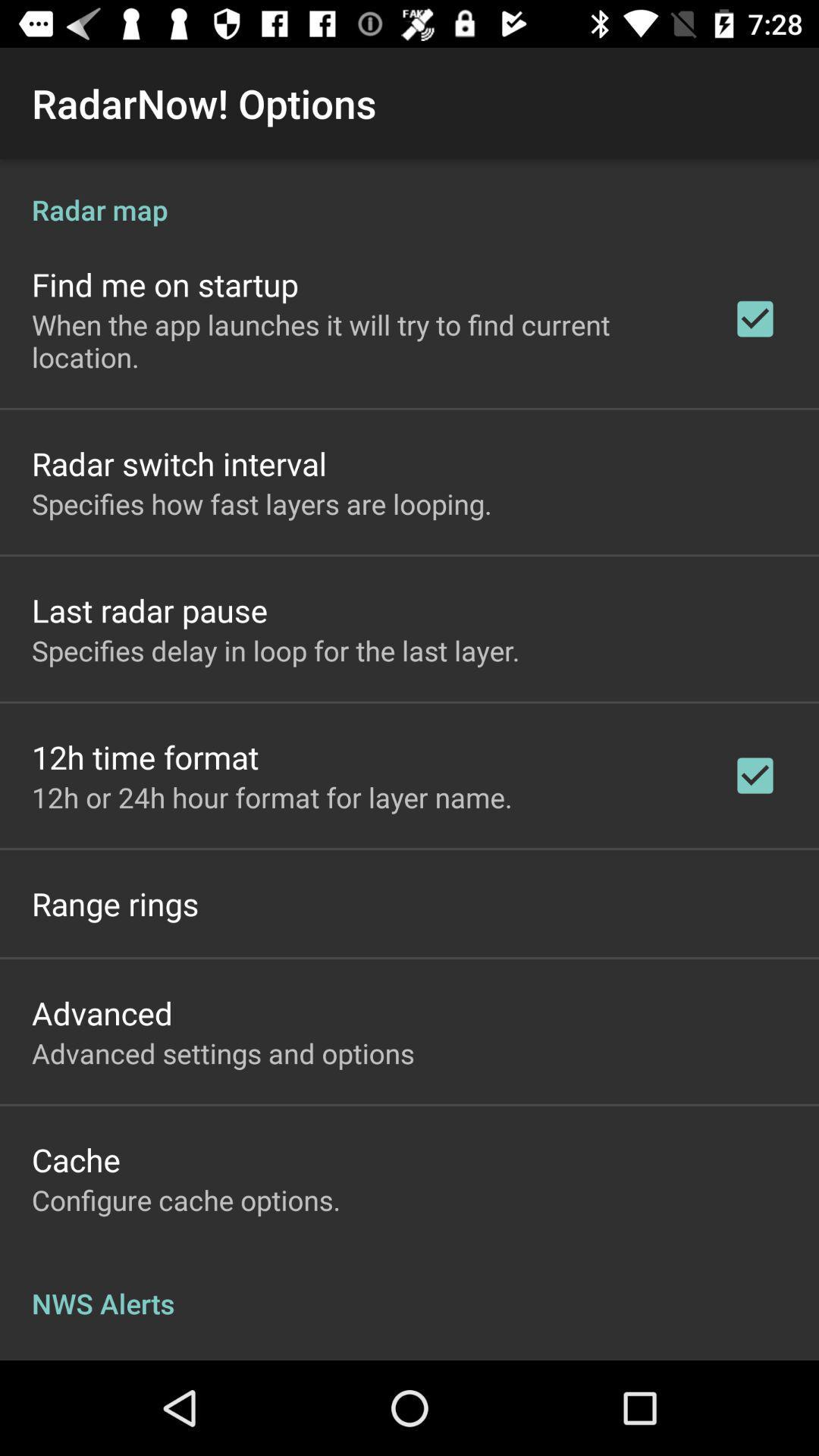  I want to click on the item below the last radar pause, so click(275, 651).